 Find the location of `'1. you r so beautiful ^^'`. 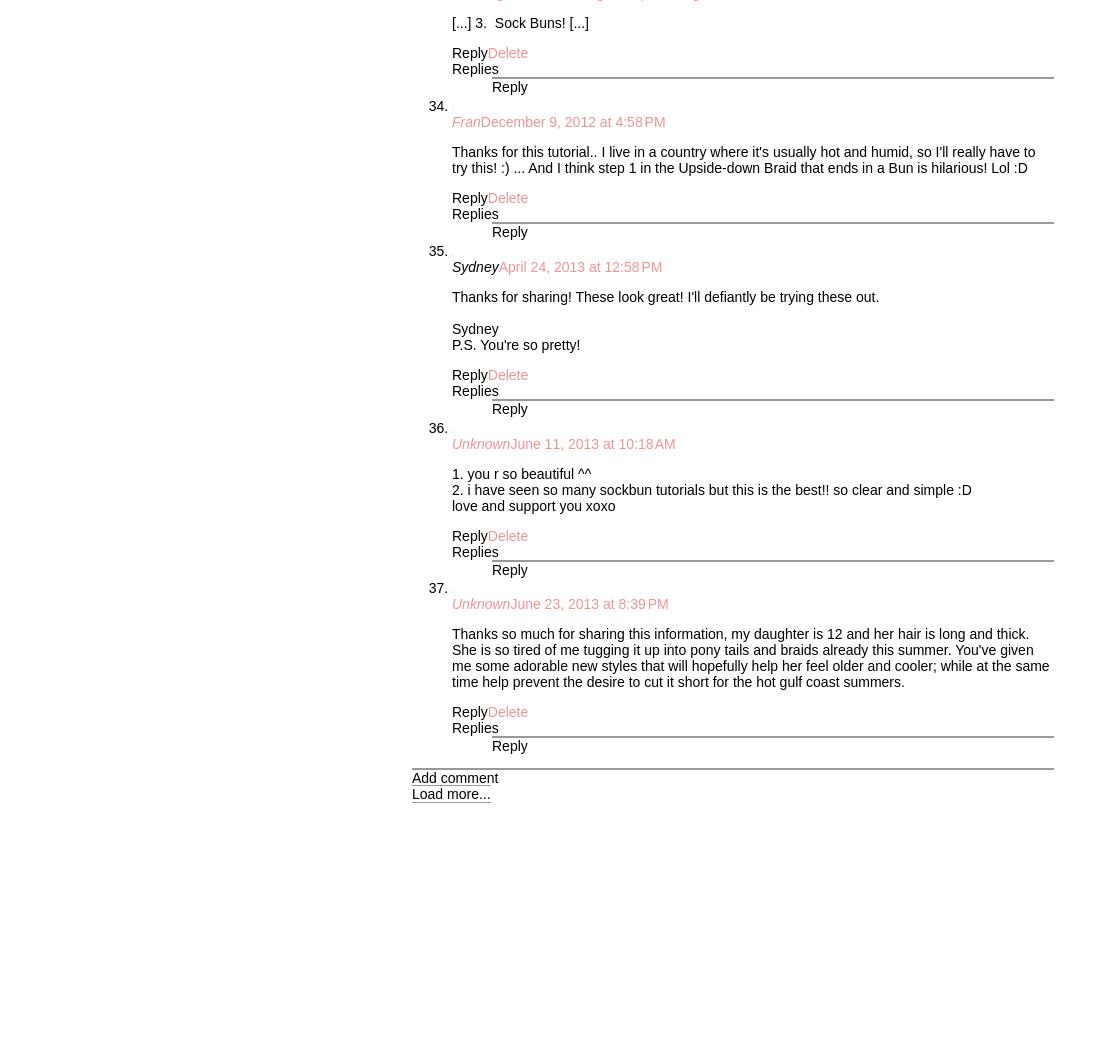

'1. you r so beautiful ^^' is located at coordinates (520, 473).